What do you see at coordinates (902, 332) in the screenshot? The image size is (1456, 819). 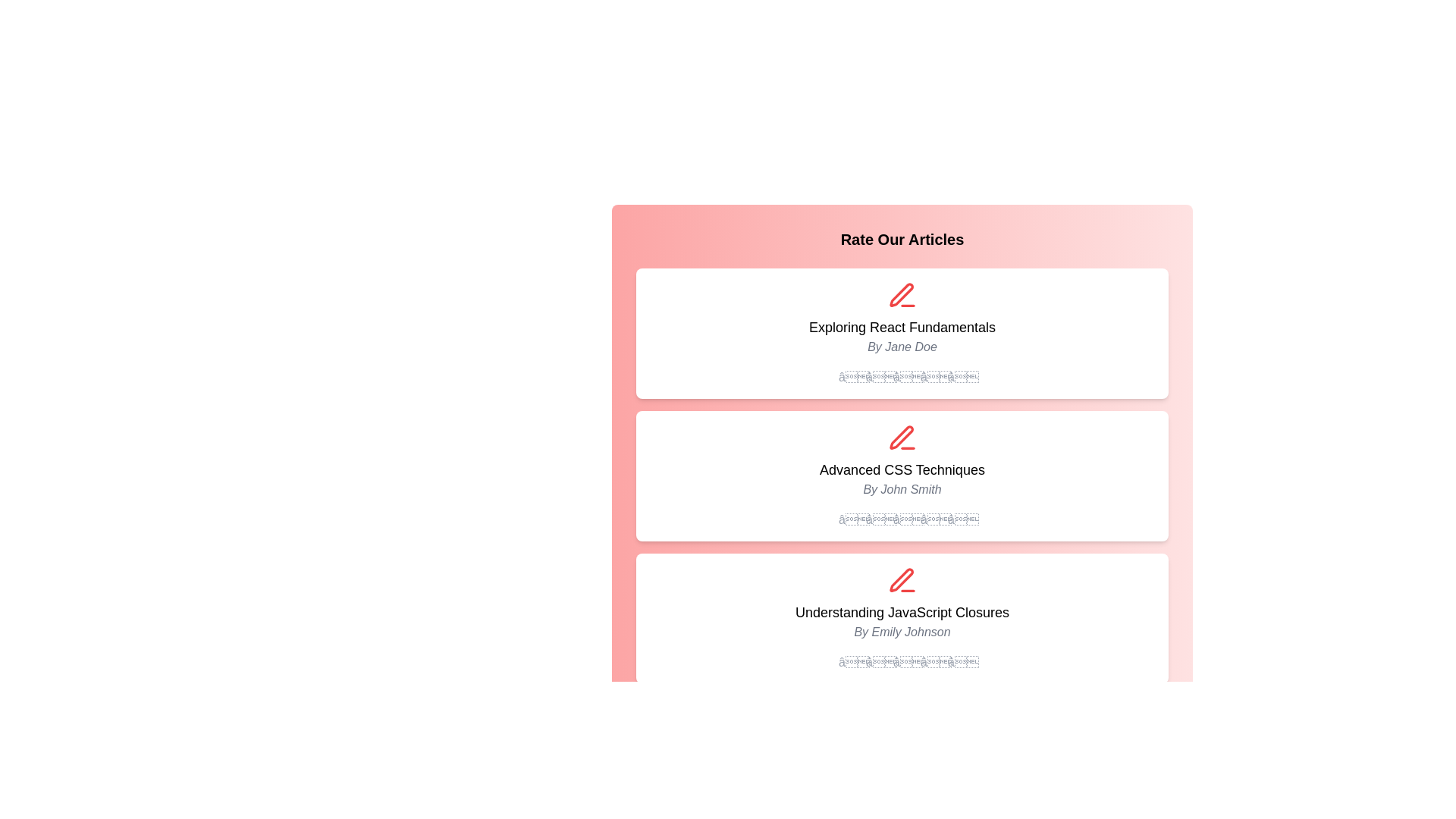 I see `the article titled 'Exploring React Fundamentals' by 'Jane Doe'` at bounding box center [902, 332].